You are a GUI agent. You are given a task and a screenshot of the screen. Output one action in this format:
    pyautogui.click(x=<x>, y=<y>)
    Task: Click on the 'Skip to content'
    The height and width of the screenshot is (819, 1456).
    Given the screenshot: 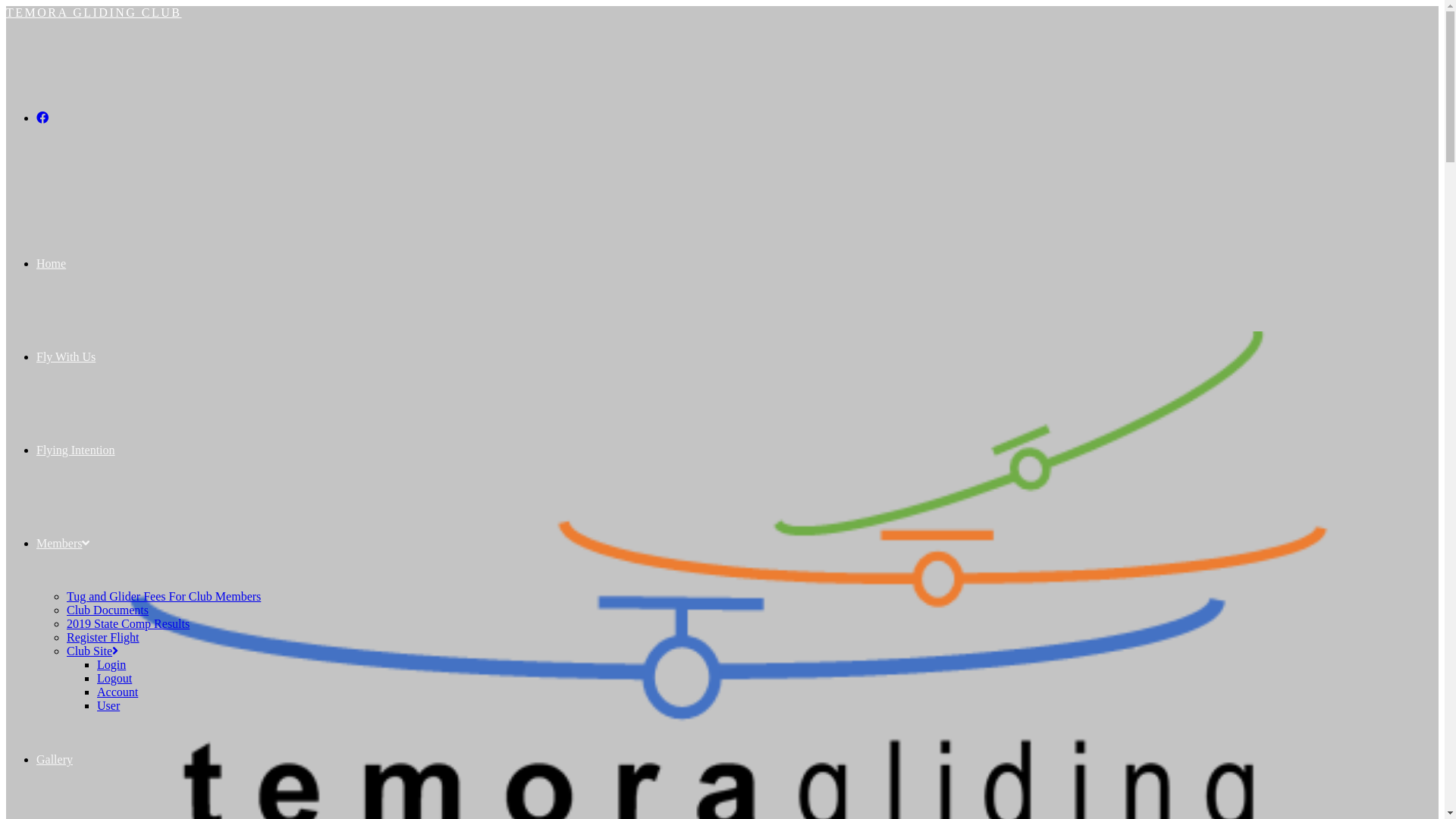 What is the action you would take?
    pyautogui.click(x=5, y=5)
    